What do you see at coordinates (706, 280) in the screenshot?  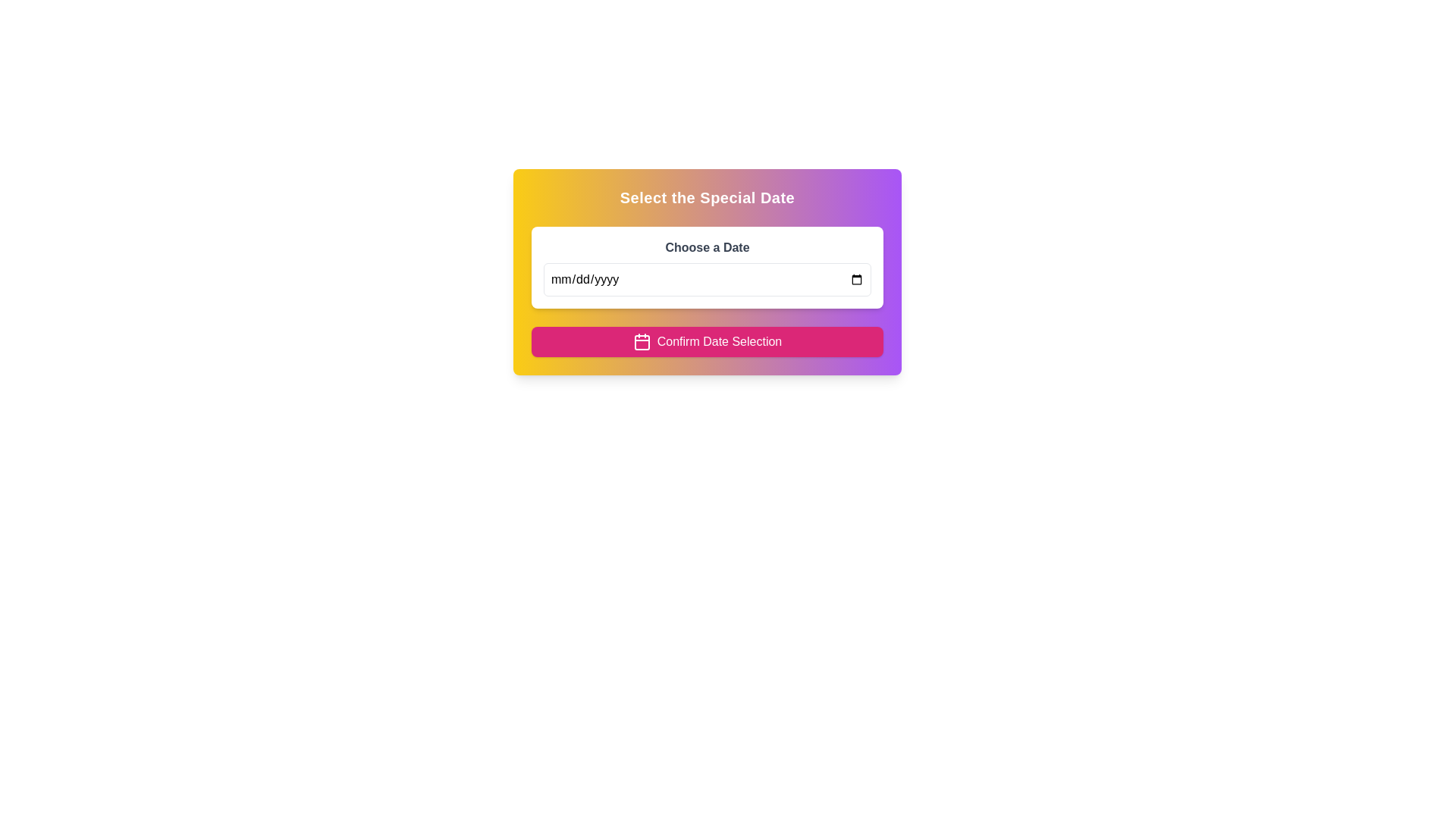 I see `the Date Input Field located in the 'Choose a Date' card` at bounding box center [706, 280].